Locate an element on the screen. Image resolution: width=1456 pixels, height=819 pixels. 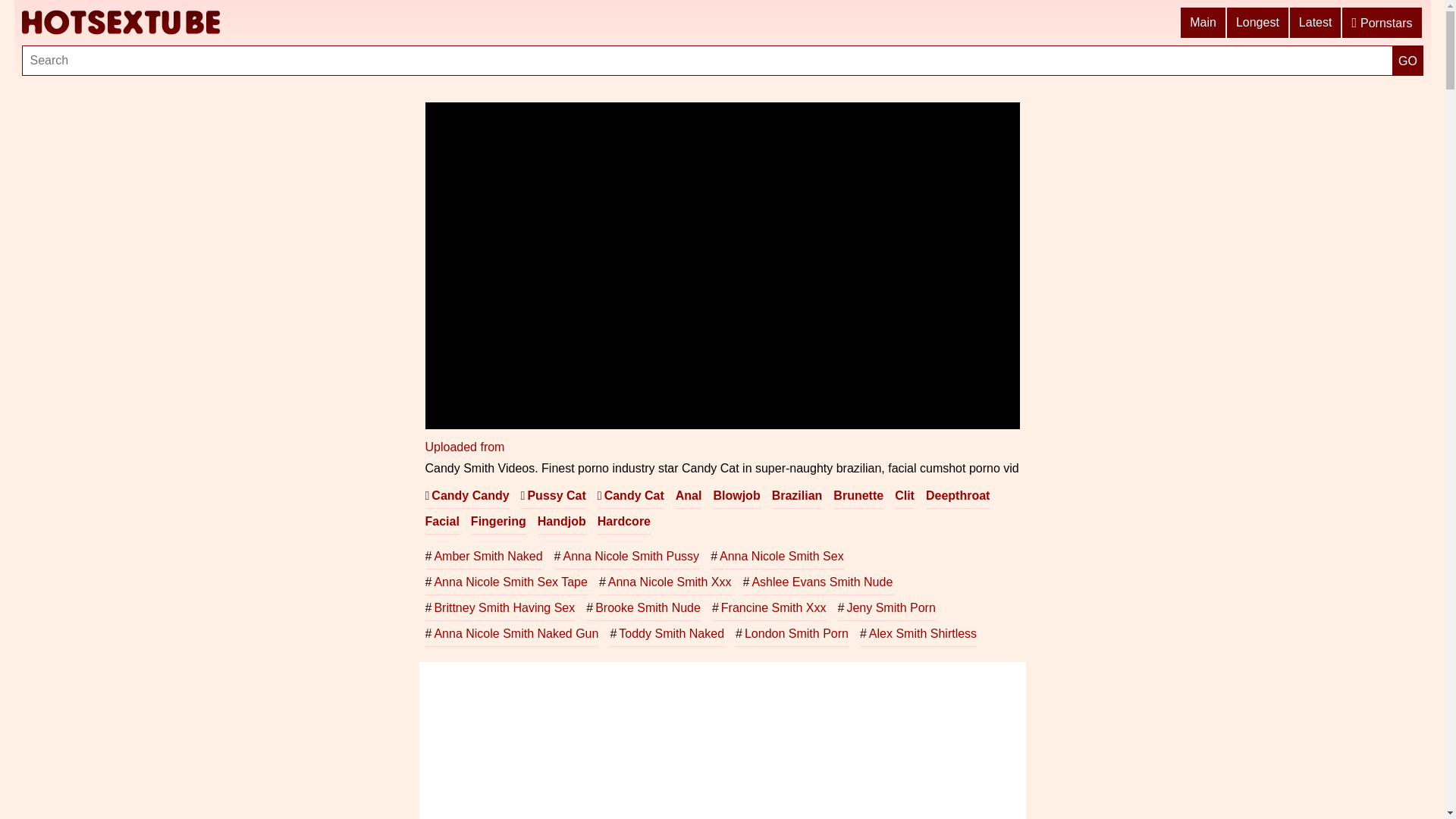
'Longest' is located at coordinates (1226, 23).